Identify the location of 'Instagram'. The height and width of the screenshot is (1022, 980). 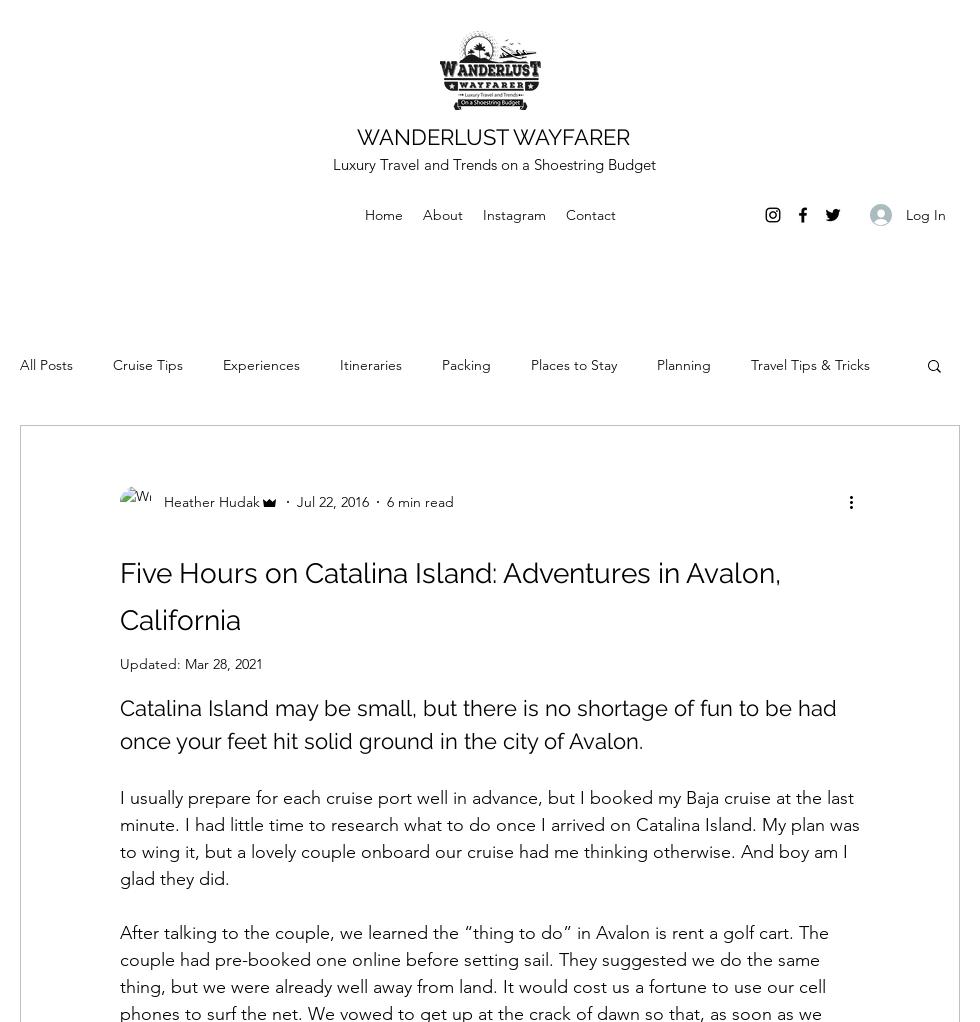
(513, 215).